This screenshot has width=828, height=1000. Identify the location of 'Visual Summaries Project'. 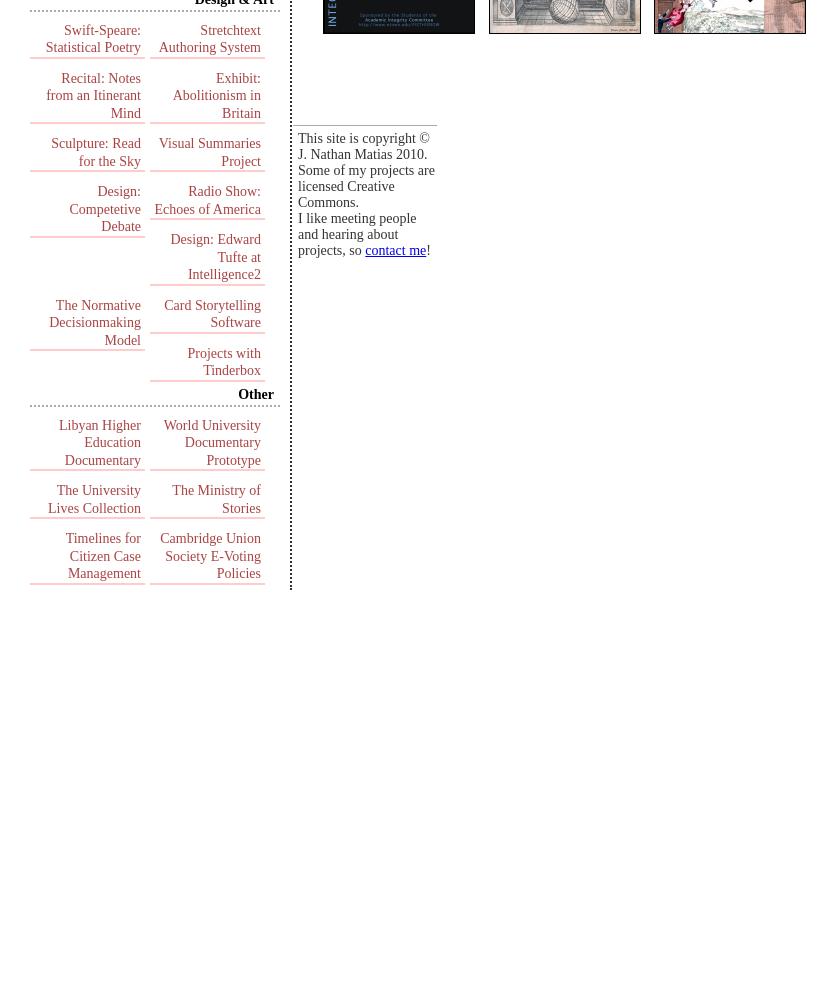
(209, 152).